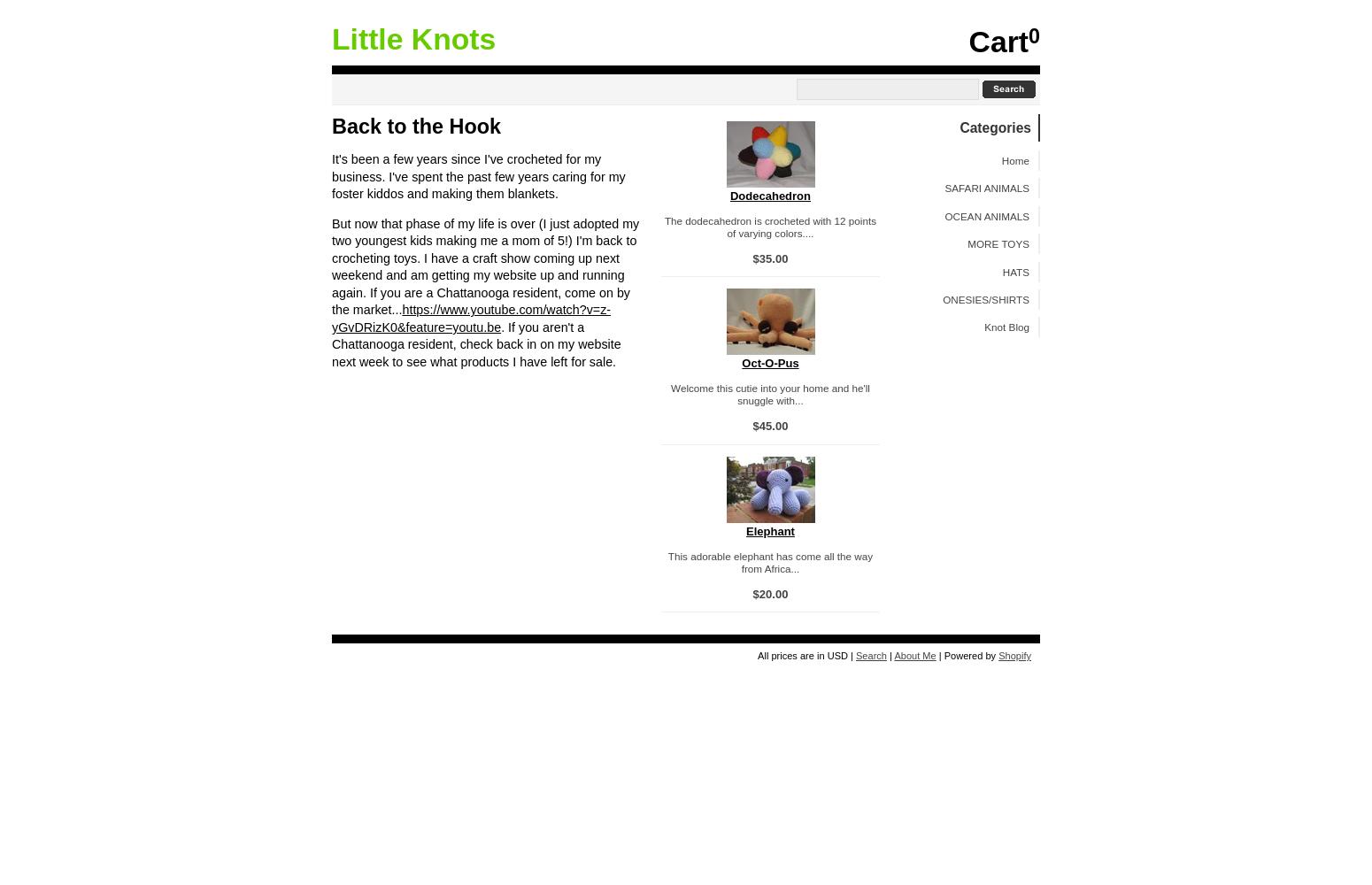 Image resolution: width=1372 pixels, height=885 pixels. I want to click on 'HATS', so click(1014, 271).